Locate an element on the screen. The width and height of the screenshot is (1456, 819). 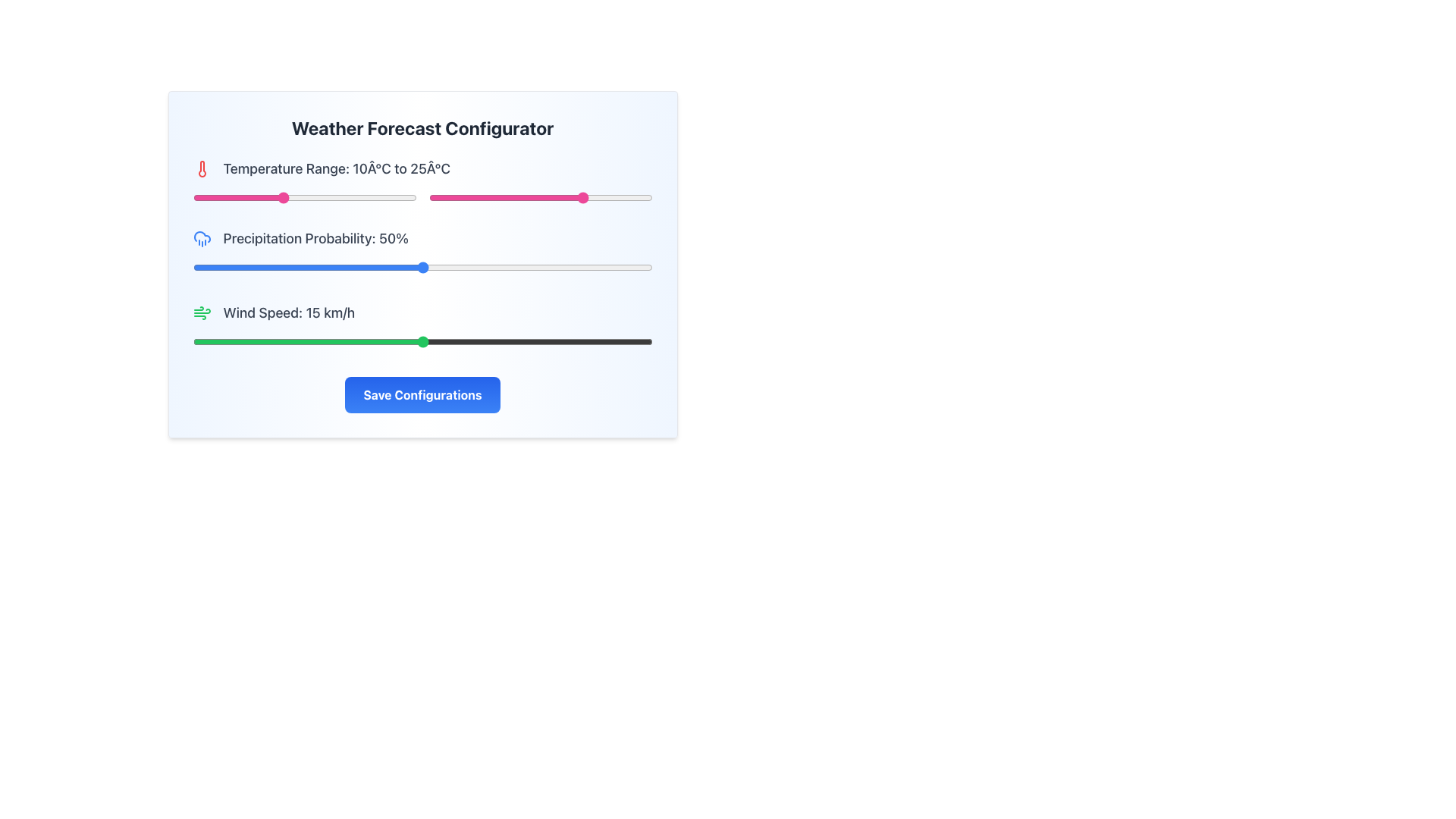
the wind speed is located at coordinates (345, 342).